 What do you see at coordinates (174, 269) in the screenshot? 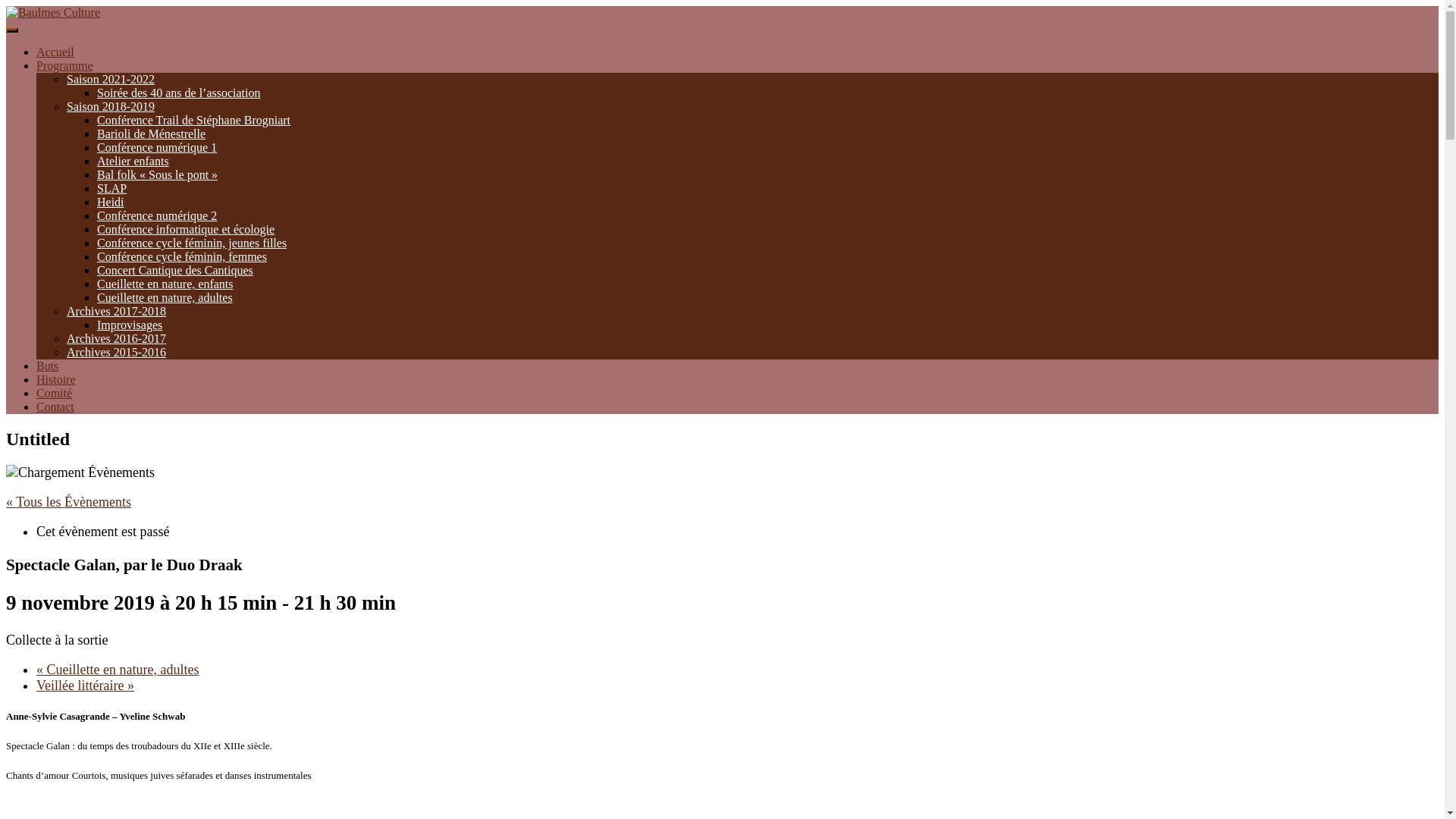
I see `'Concert Cantique des Cantiques'` at bounding box center [174, 269].